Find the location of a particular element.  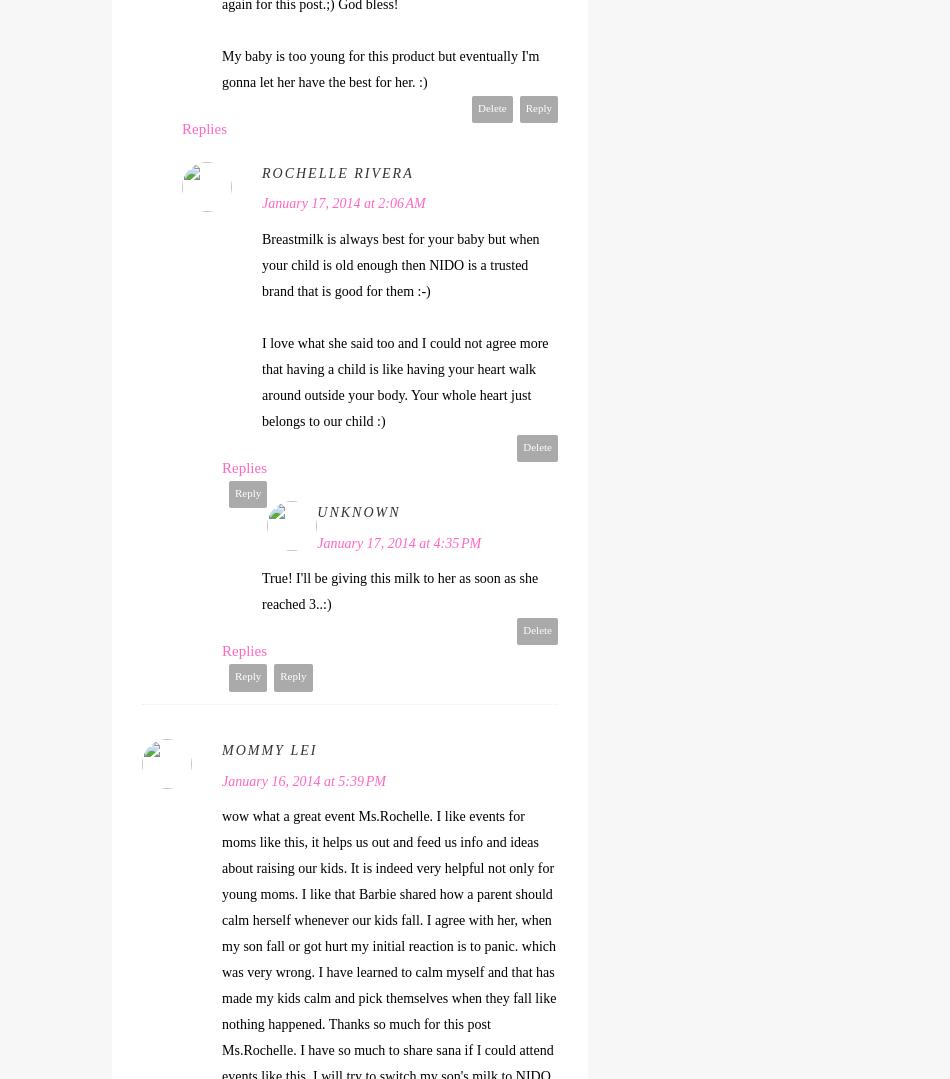

'January 16, 2014 at 5:39 PM' is located at coordinates (302, 780).